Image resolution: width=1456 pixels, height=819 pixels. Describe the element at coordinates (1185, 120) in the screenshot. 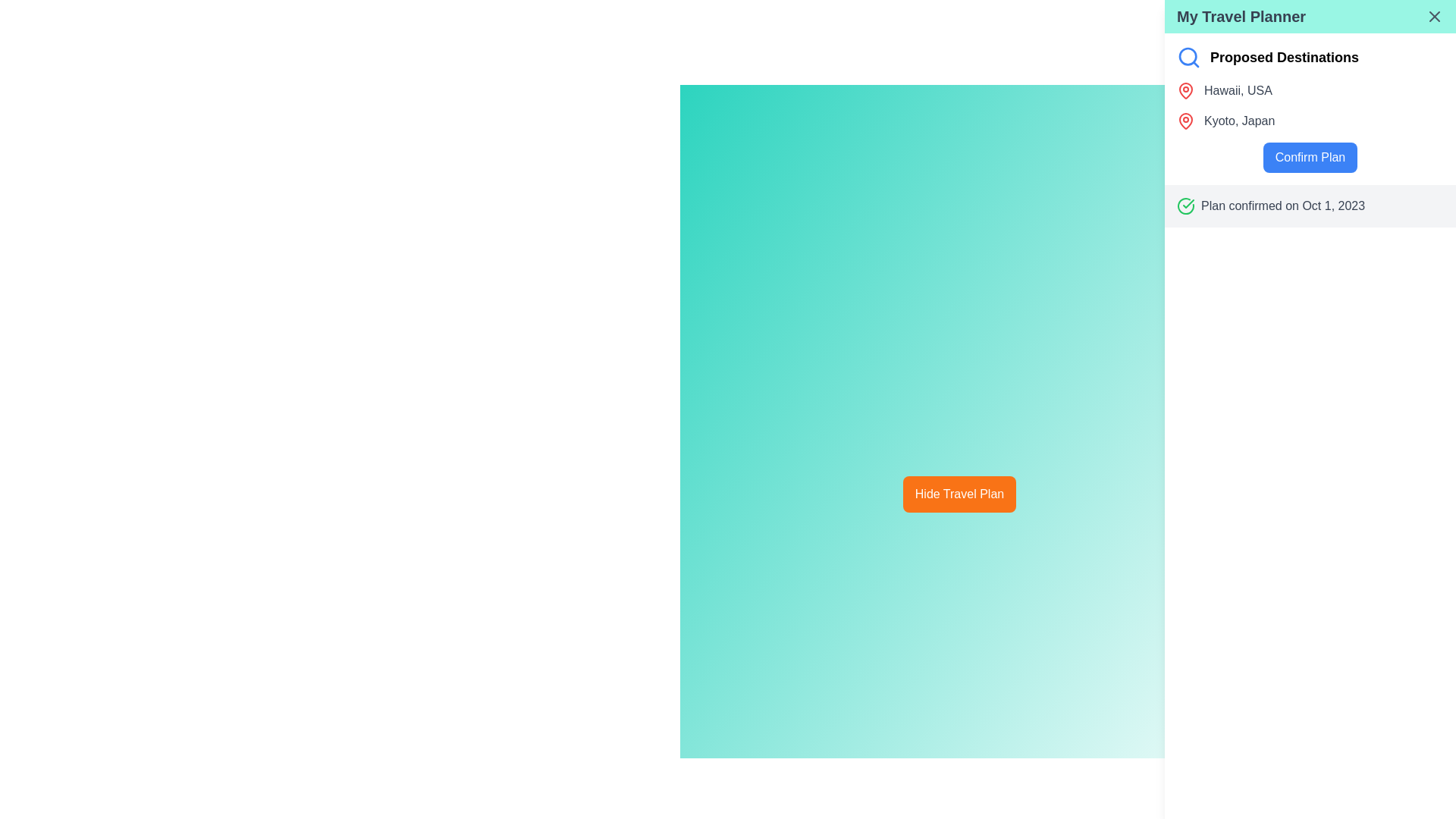

I see `the second map pin icon symbolizing the geographic location 'Kyoto, Japan' in the travel itinerary UI, located to the left of the corresponding text` at that location.